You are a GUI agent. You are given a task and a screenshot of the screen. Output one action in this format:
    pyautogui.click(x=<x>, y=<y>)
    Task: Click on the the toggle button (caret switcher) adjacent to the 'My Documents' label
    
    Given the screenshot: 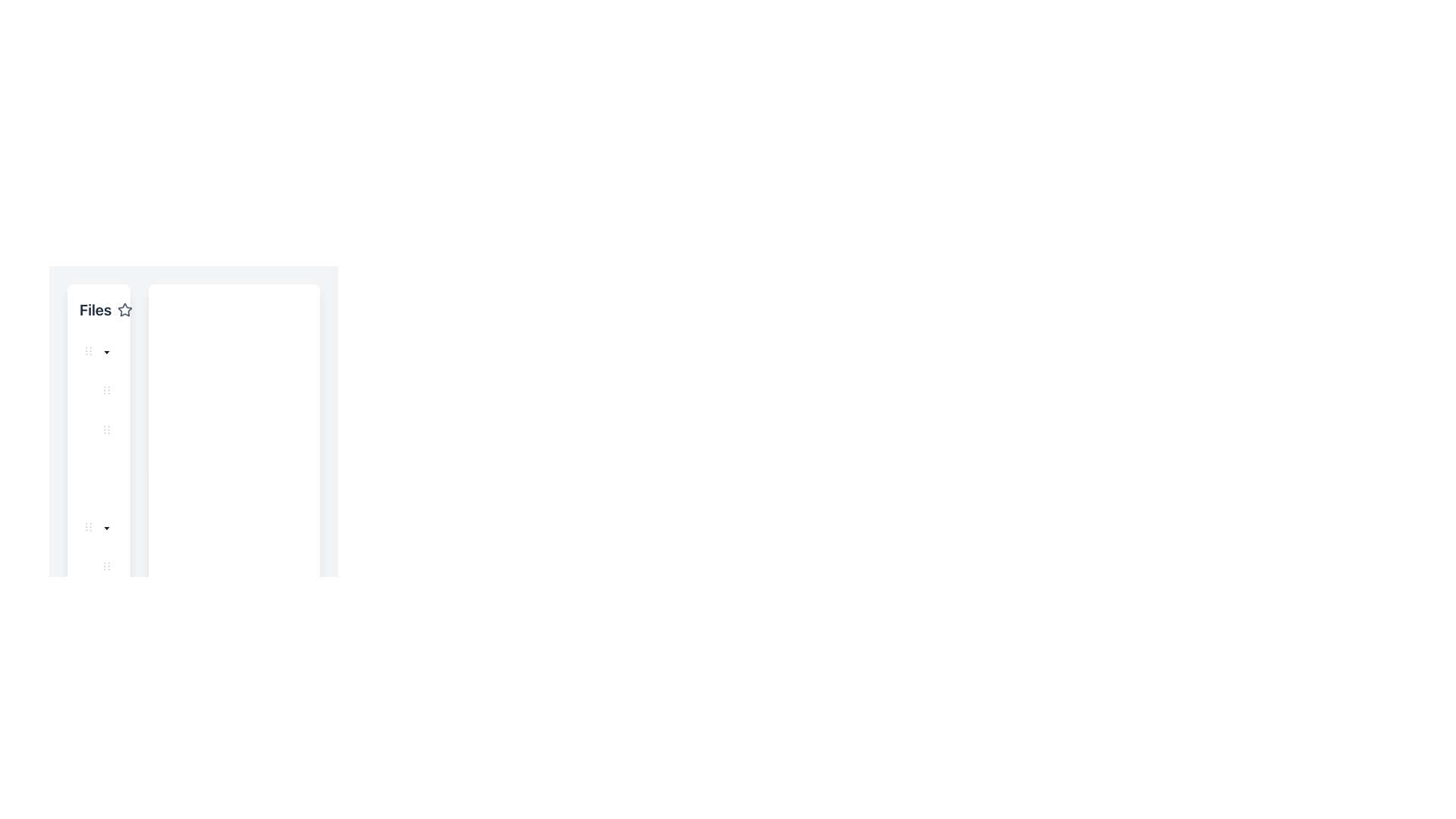 What is the action you would take?
    pyautogui.click(x=105, y=359)
    